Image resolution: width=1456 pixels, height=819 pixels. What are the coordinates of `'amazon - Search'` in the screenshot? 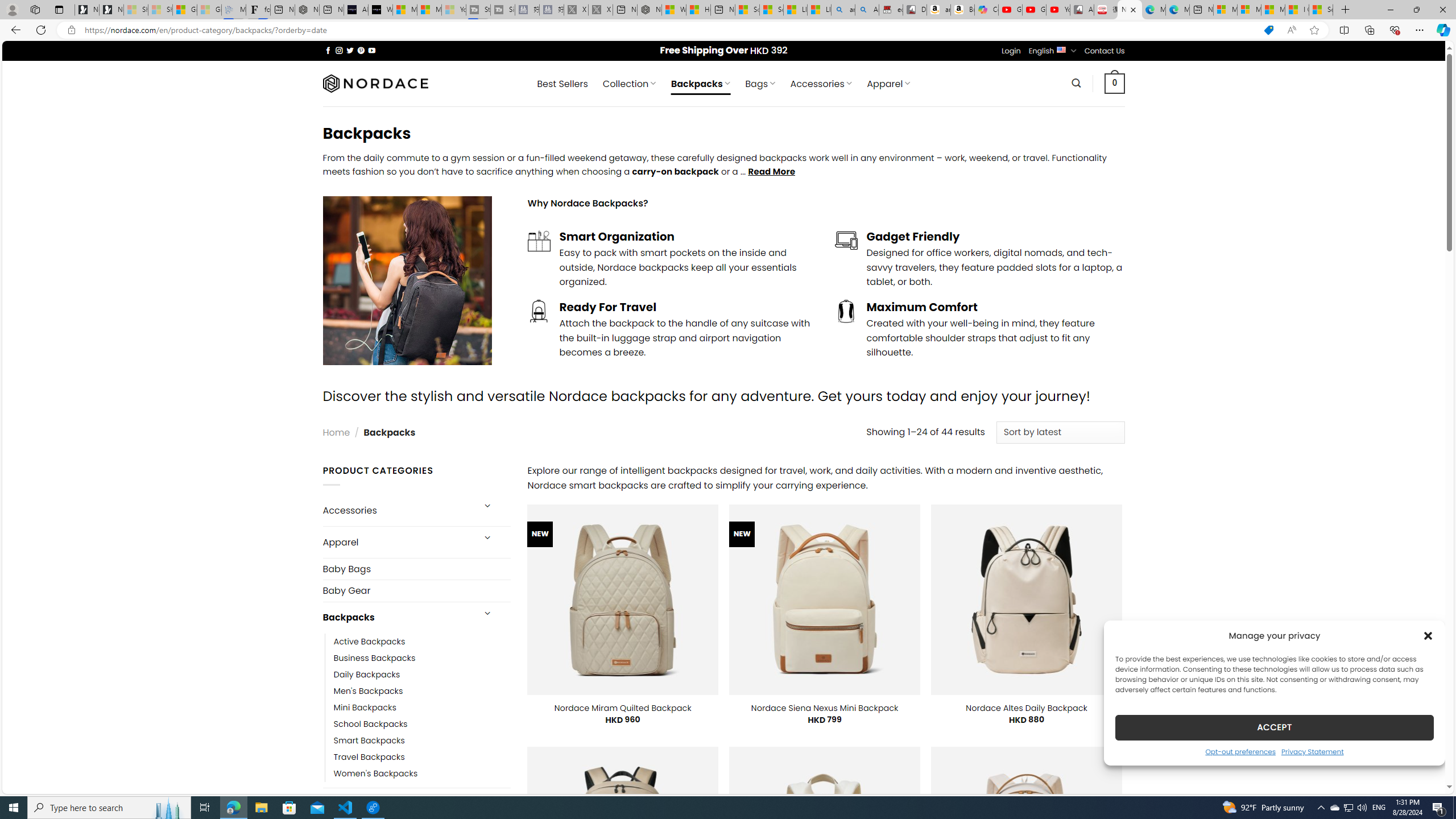 It's located at (843, 9).